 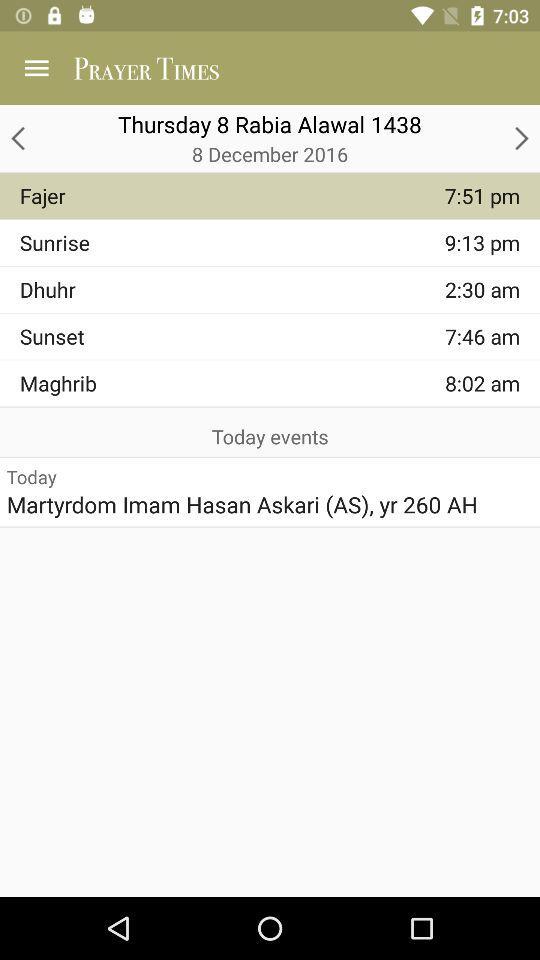 I want to click on the arrow_forward icon, so click(x=520, y=137).